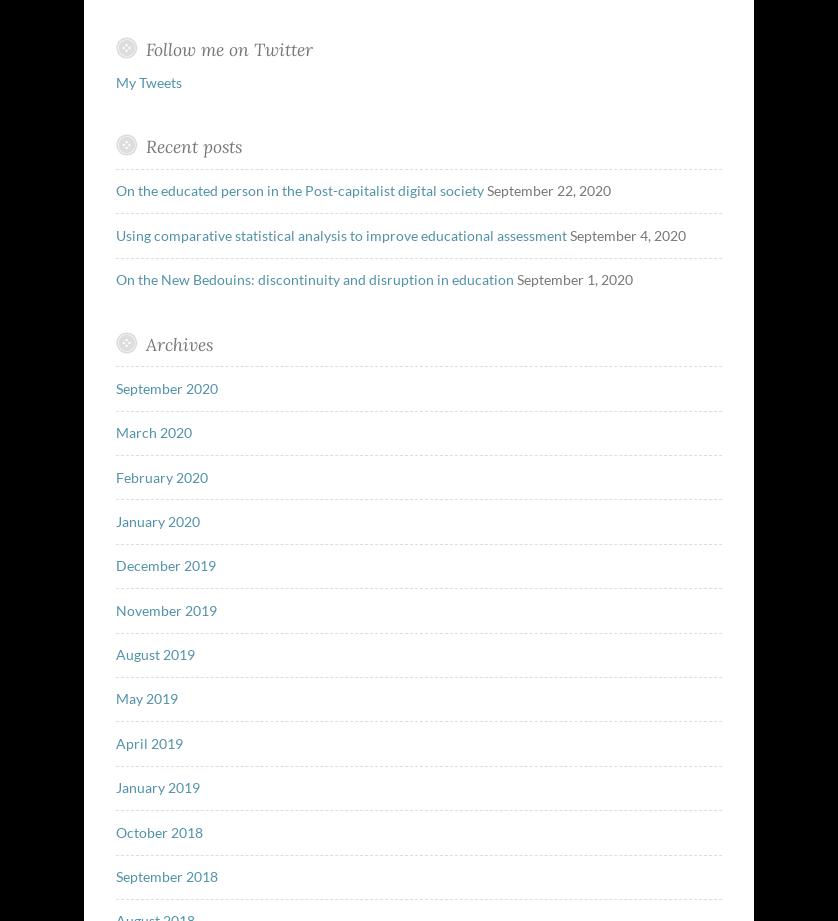 The image size is (838, 921). Describe the element at coordinates (574, 278) in the screenshot. I see `'September 1, 2020'` at that location.